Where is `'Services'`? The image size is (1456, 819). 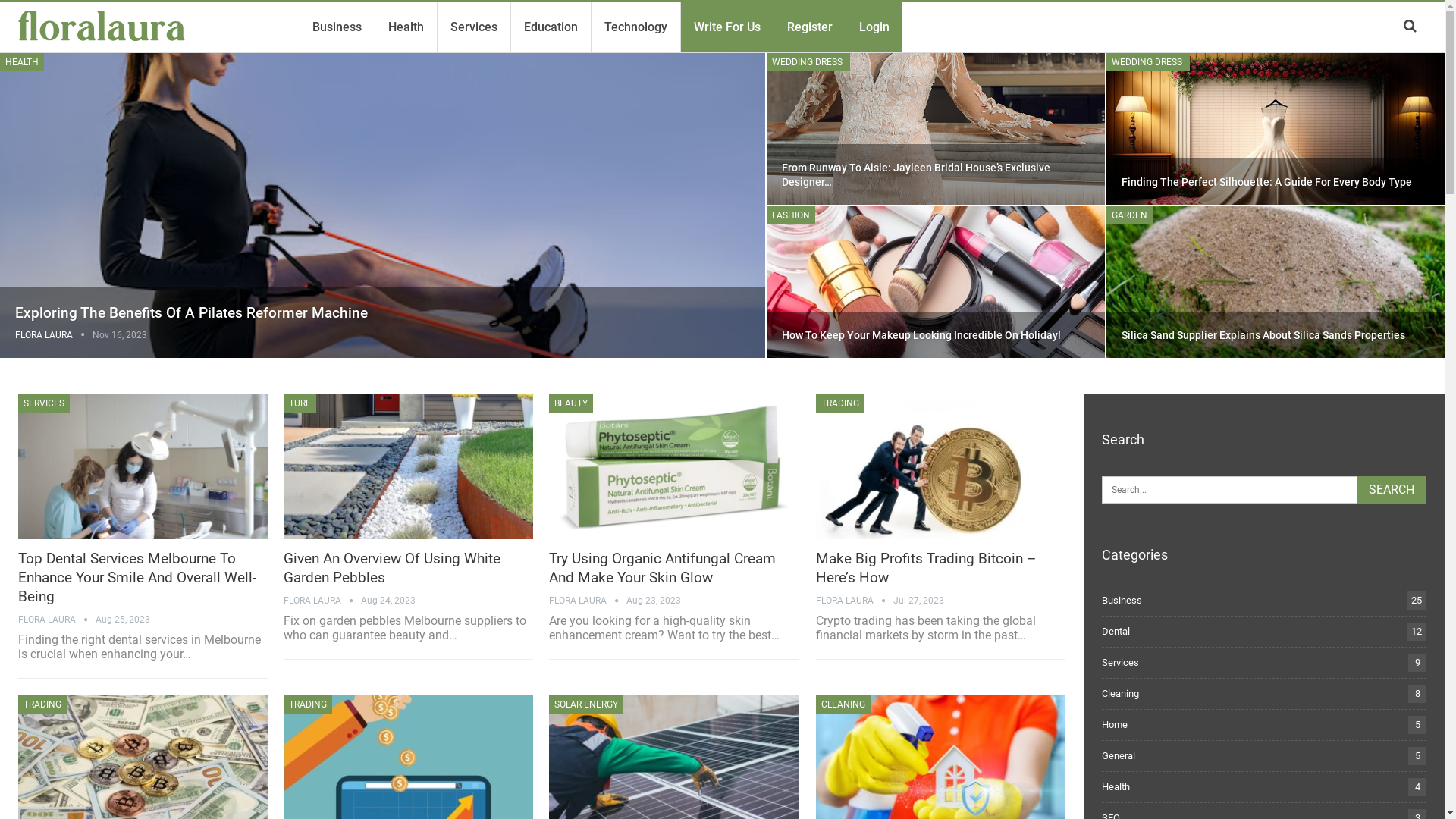 'Services' is located at coordinates (472, 27).